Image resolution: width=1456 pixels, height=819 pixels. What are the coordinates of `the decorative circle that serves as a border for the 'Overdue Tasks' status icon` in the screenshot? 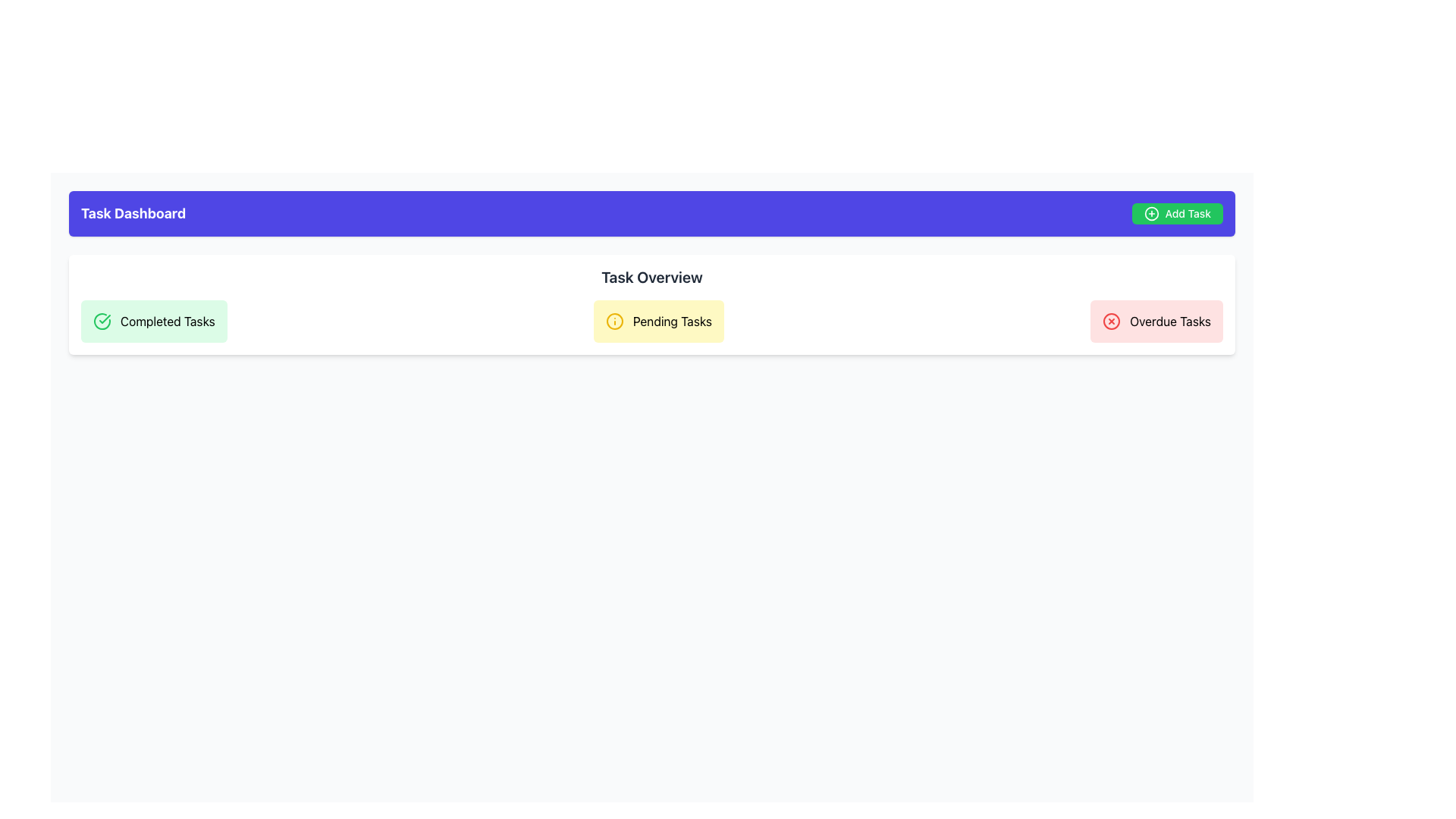 It's located at (1112, 321).